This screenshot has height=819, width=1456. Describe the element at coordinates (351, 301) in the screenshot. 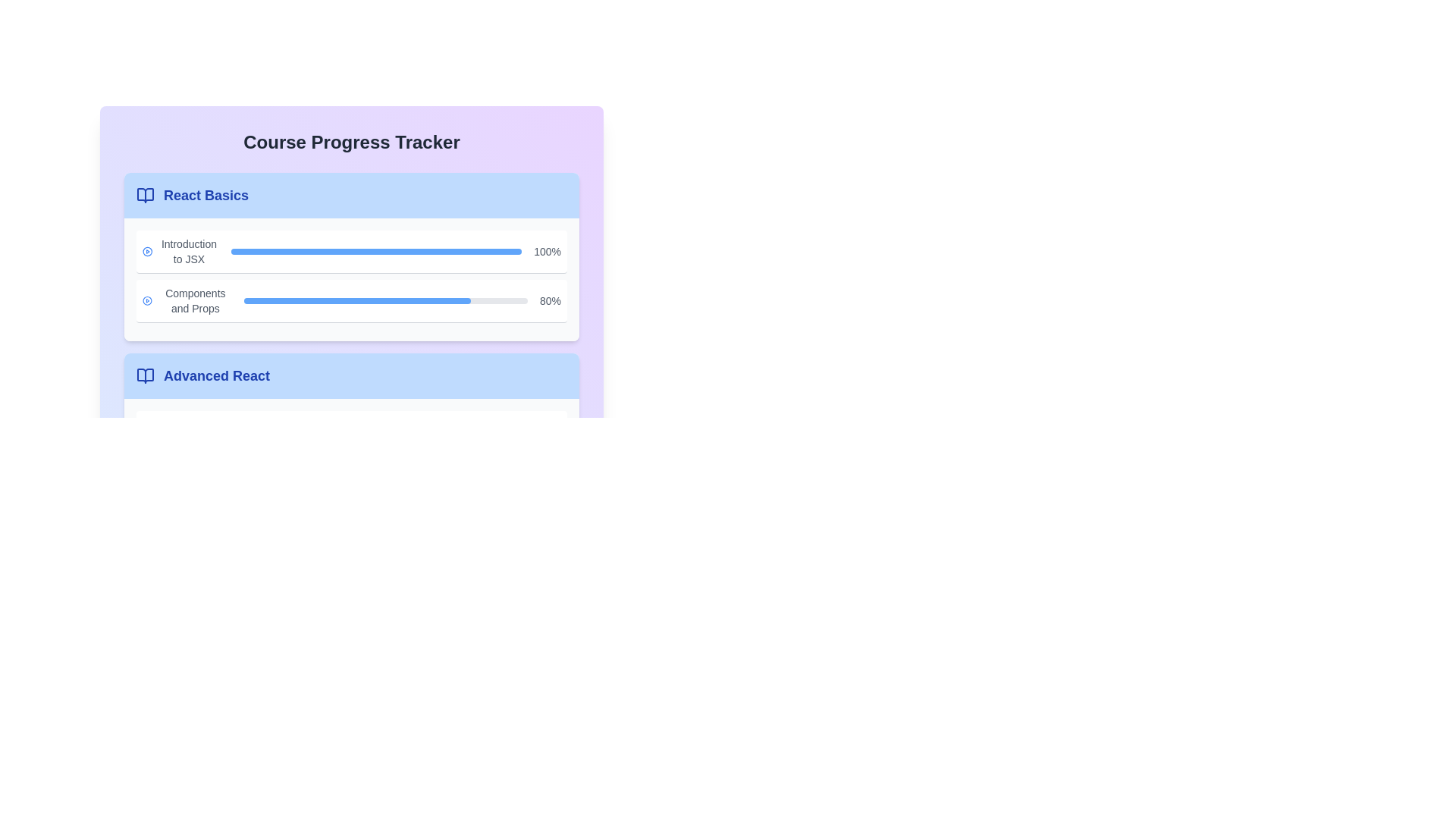

I see `progress value from the Progress indicator card located in the 'React Basics' section, which is the second card from the top, displaying the progression of the 'Components and Props' module` at that location.